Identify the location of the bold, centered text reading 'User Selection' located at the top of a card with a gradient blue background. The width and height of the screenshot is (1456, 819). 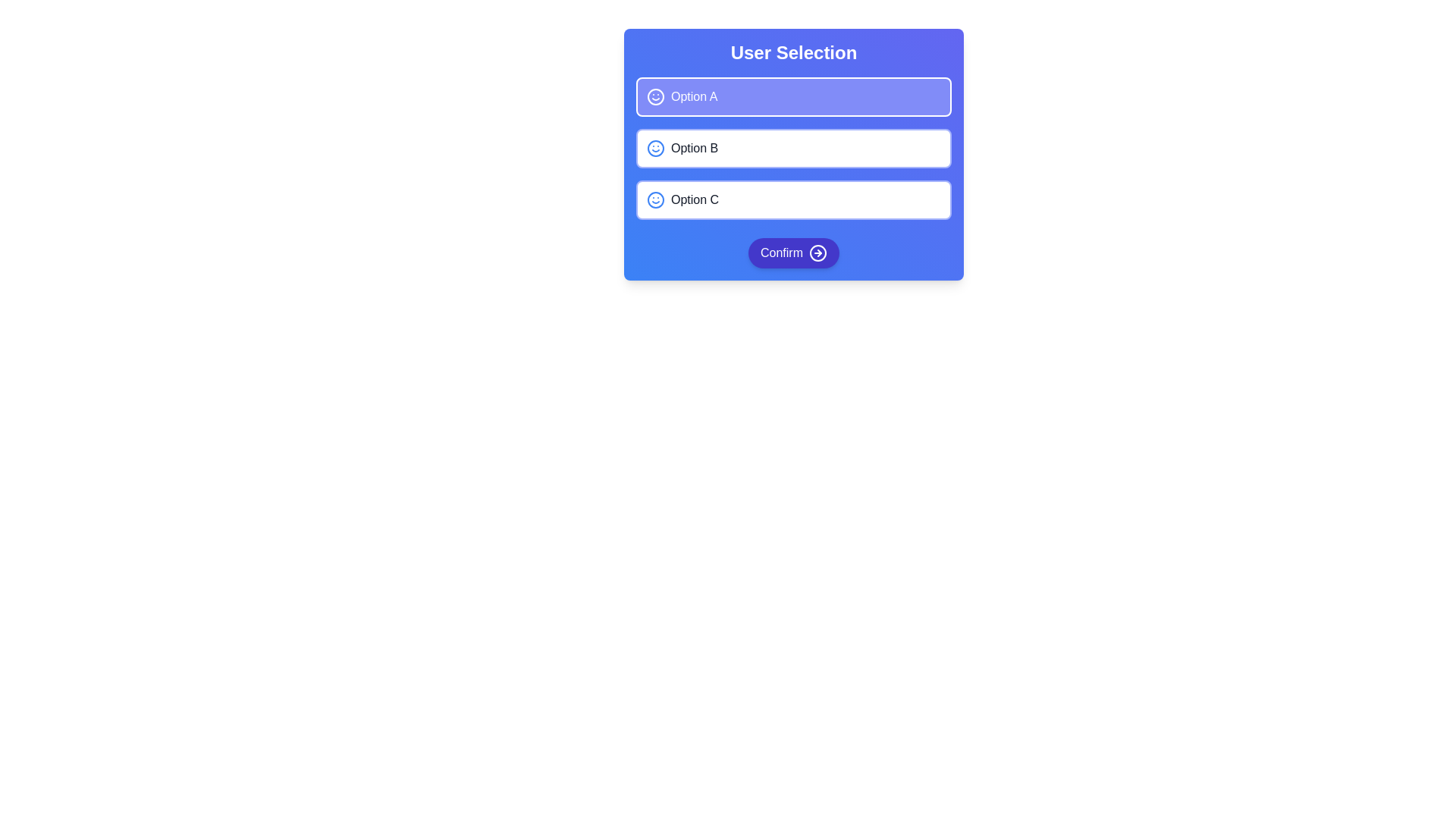
(792, 52).